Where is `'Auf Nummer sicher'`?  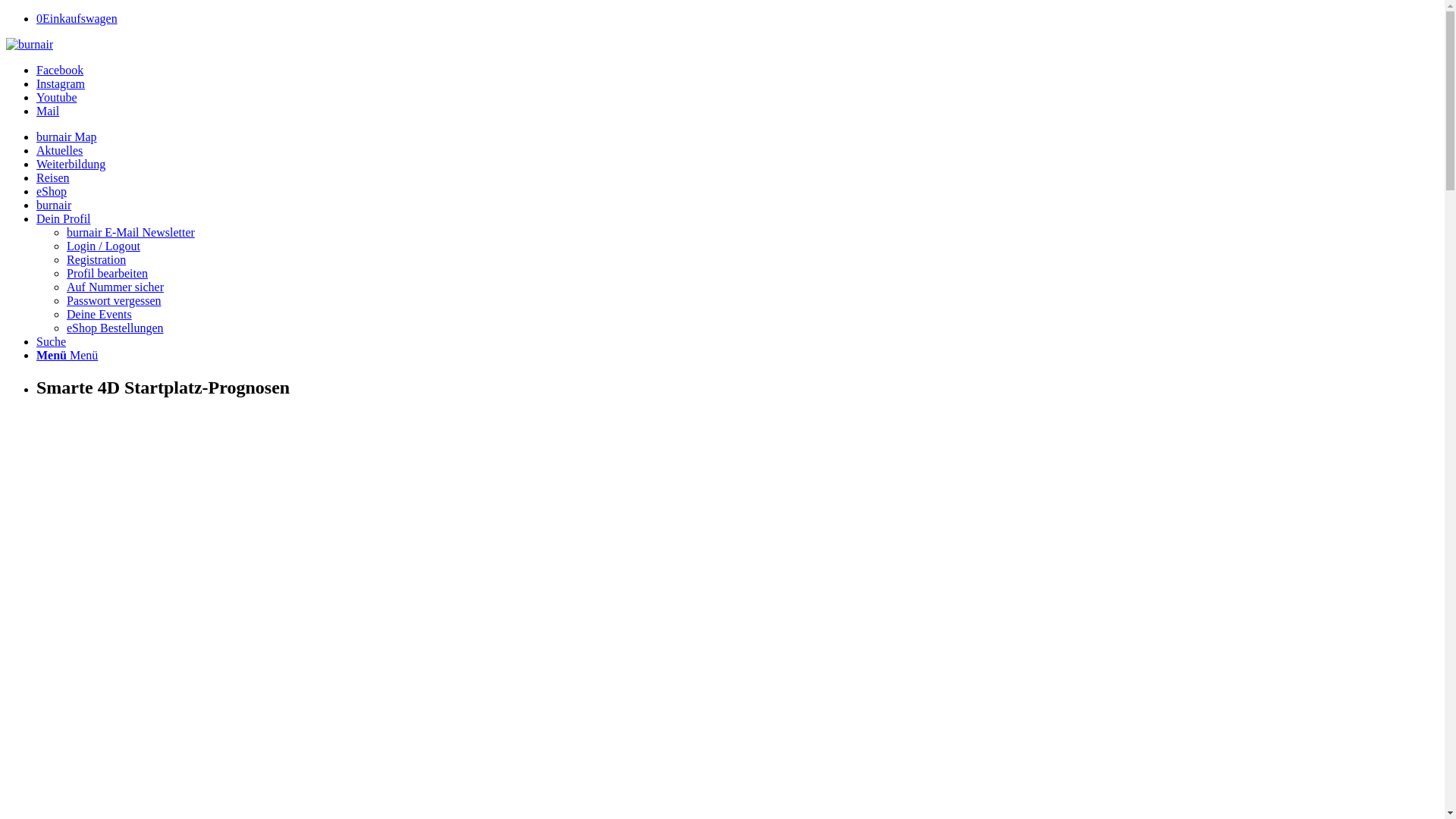 'Auf Nummer sicher' is located at coordinates (115, 287).